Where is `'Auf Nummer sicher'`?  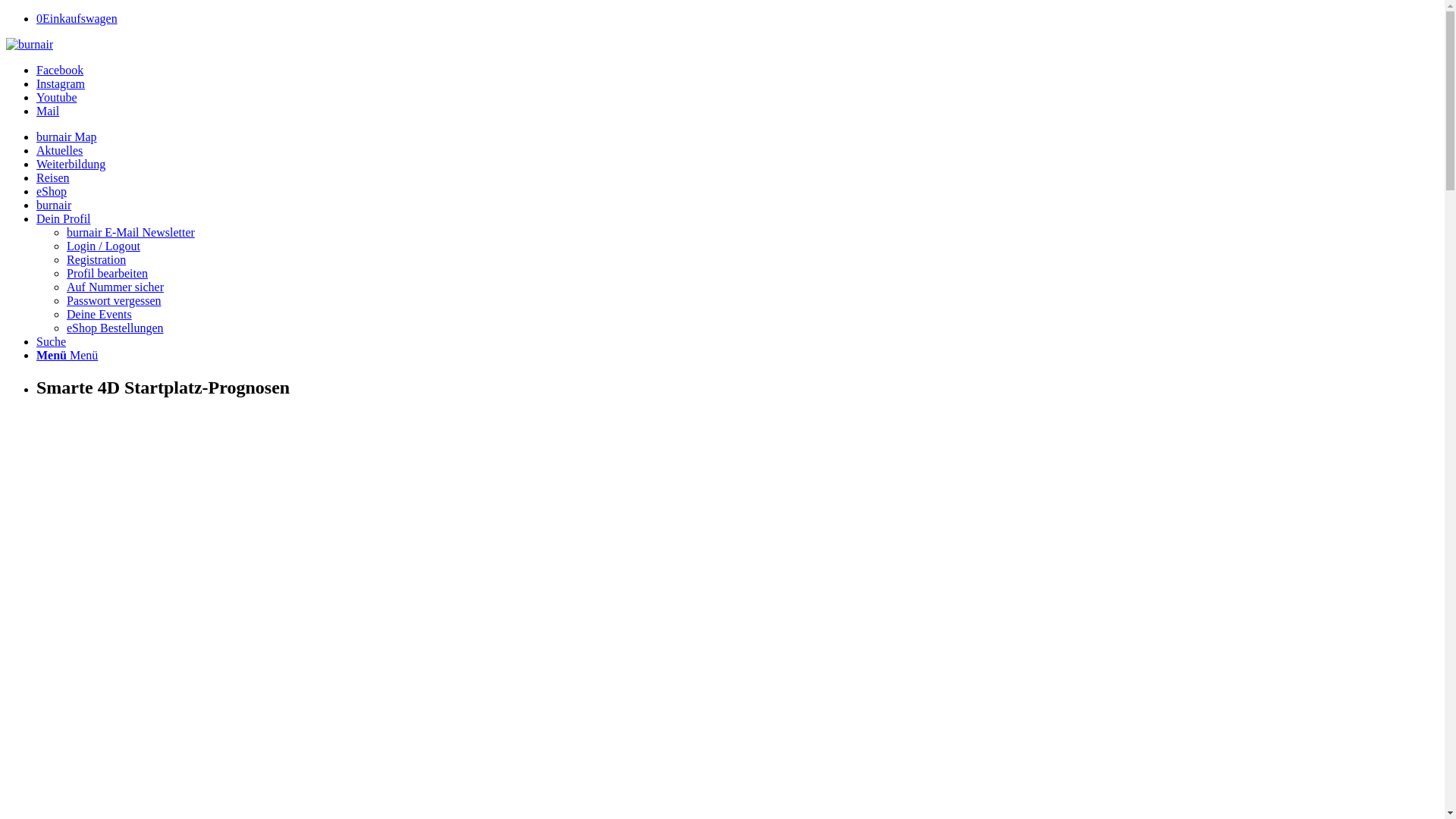 'Auf Nummer sicher' is located at coordinates (115, 287).